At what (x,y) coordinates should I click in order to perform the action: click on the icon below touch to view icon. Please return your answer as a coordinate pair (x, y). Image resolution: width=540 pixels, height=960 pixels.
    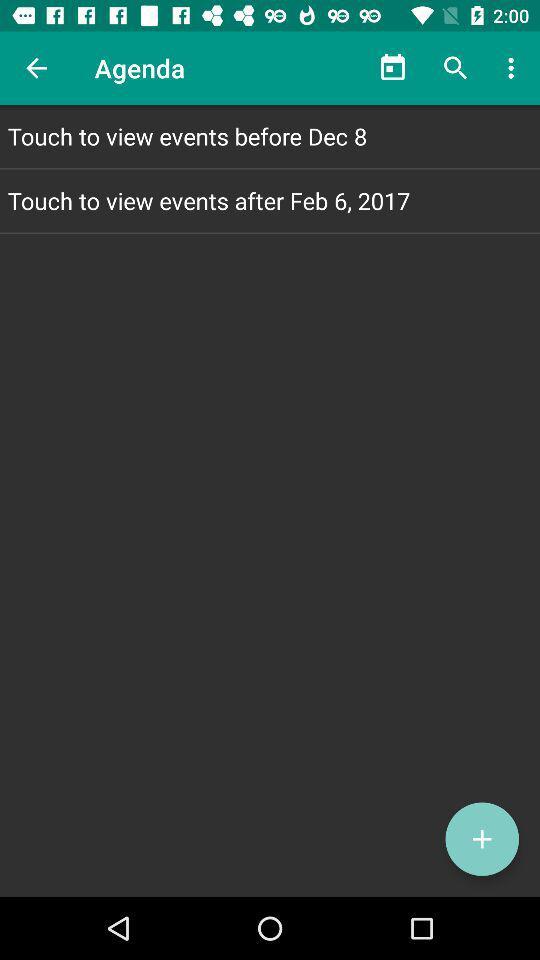
    Looking at the image, I should click on (481, 839).